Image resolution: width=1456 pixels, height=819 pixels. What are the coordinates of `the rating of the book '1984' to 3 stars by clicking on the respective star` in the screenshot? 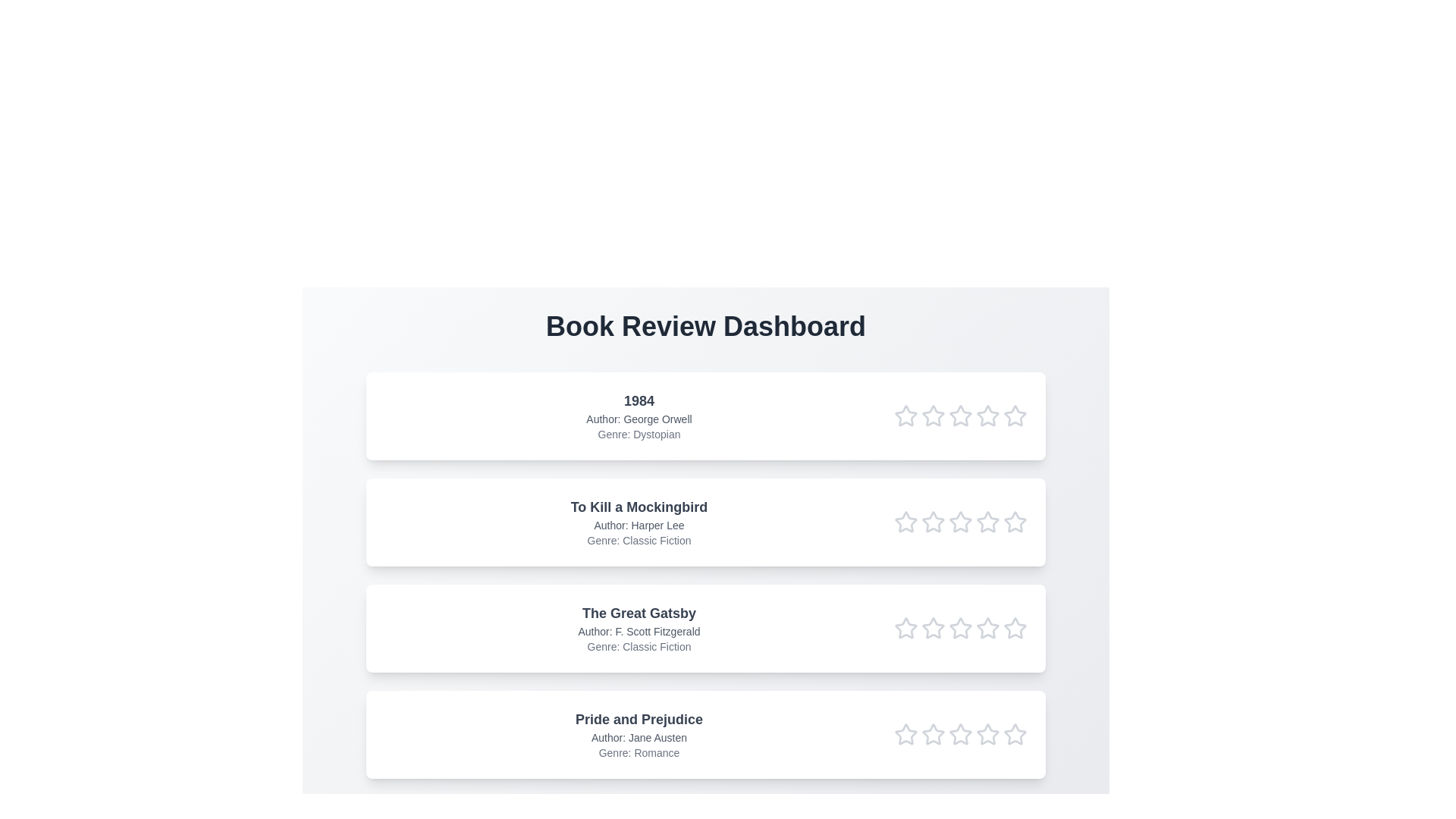 It's located at (960, 416).